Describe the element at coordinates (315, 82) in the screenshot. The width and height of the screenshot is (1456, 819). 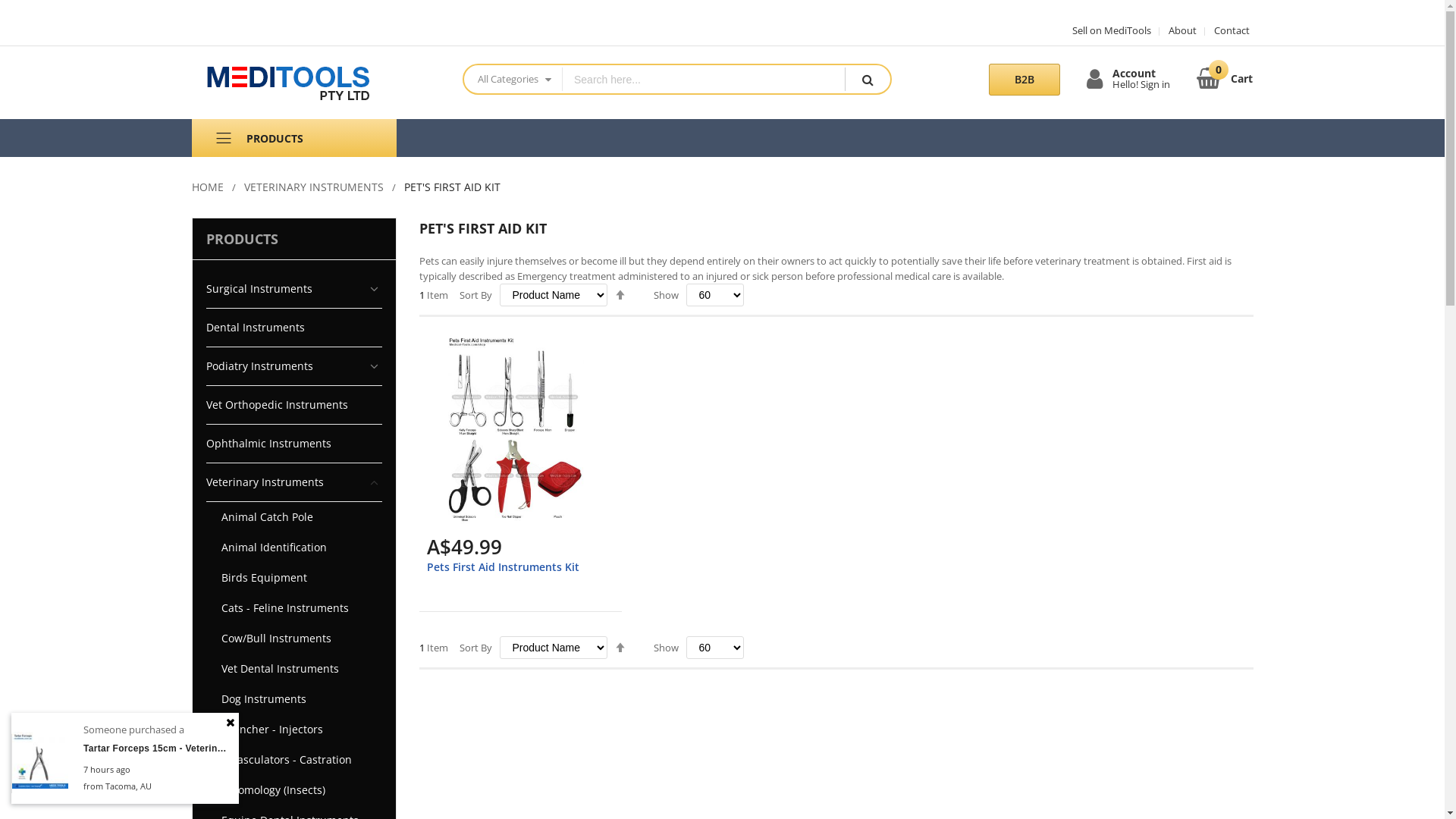
I see `'MediTools Website'` at that location.